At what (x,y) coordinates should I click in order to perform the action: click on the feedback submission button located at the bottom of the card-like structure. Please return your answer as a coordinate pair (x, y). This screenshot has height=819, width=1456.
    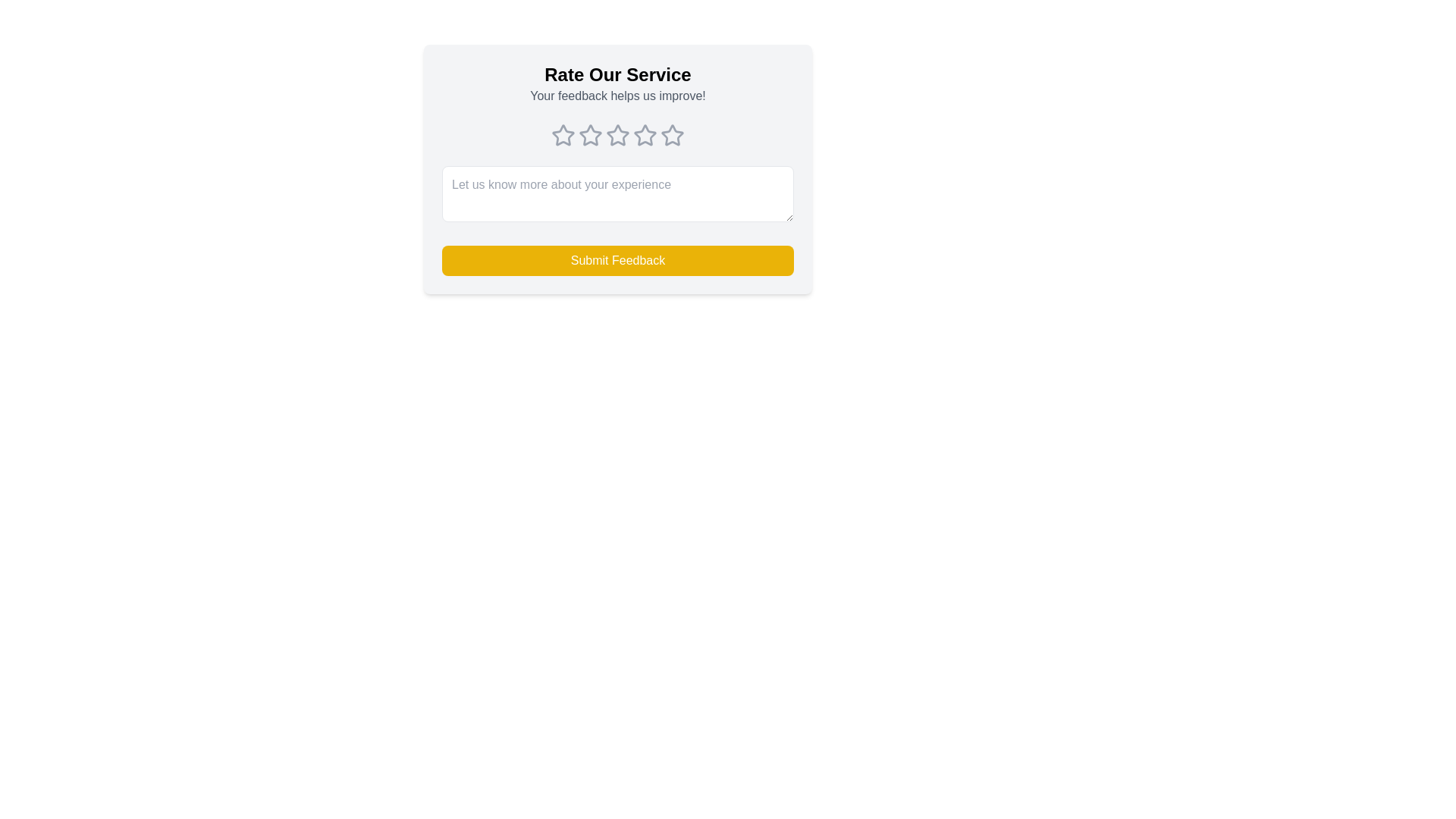
    Looking at the image, I should click on (618, 259).